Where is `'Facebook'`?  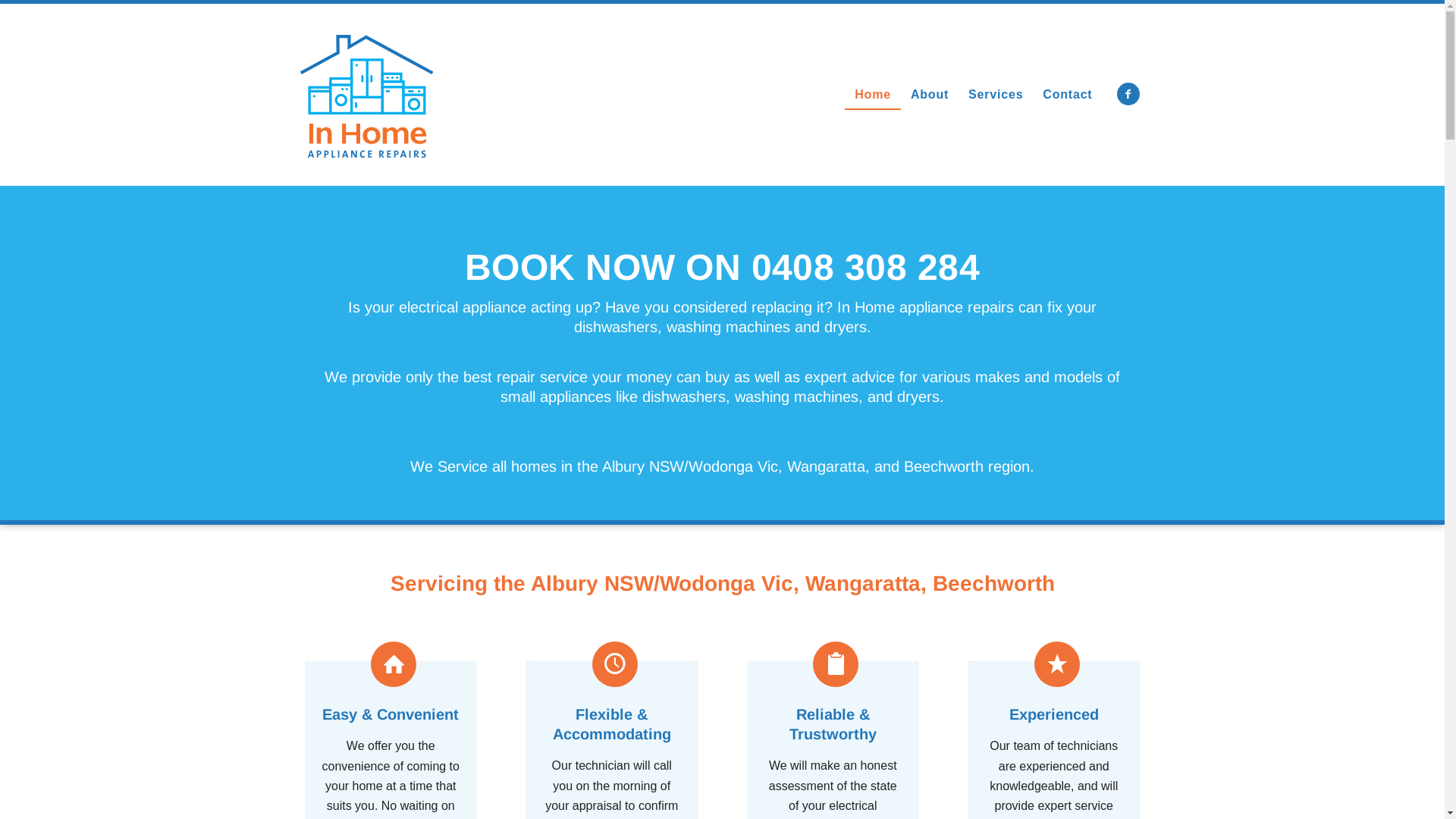 'Facebook' is located at coordinates (1116, 93).